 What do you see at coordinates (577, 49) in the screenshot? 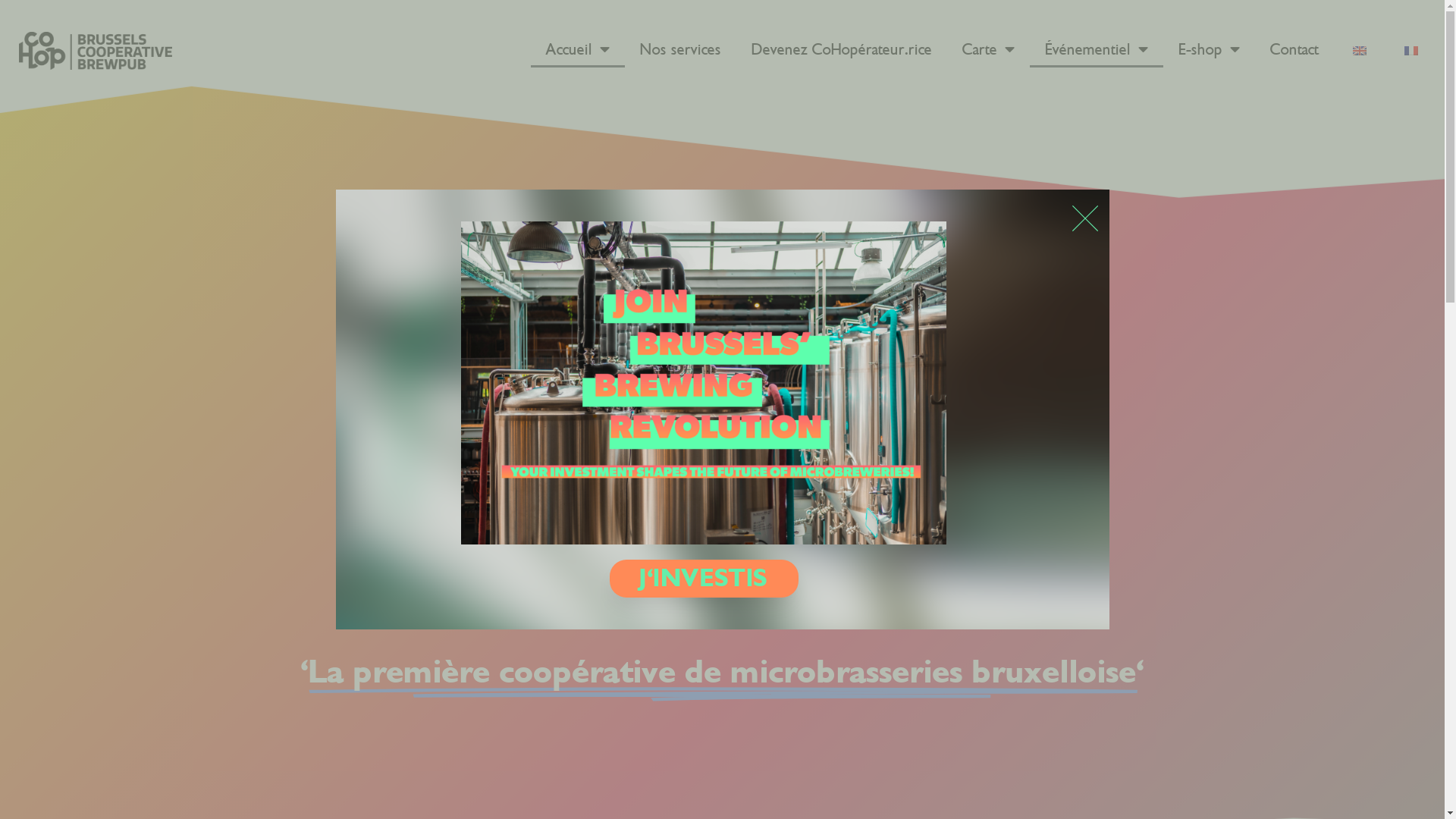
I see `'Accueil'` at bounding box center [577, 49].